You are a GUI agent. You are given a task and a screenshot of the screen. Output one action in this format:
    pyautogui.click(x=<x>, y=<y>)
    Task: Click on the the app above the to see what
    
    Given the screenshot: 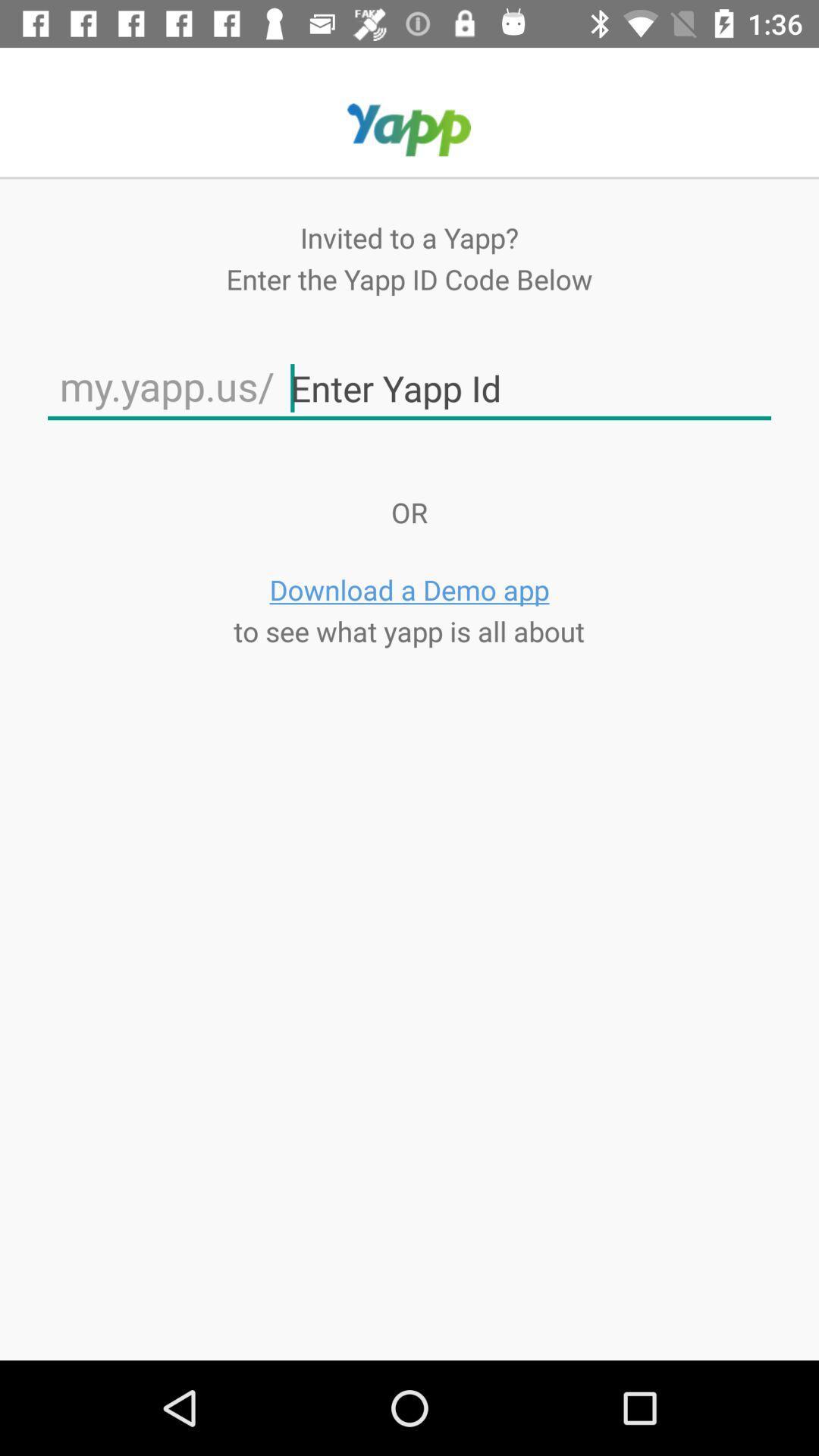 What is the action you would take?
    pyautogui.click(x=409, y=588)
    